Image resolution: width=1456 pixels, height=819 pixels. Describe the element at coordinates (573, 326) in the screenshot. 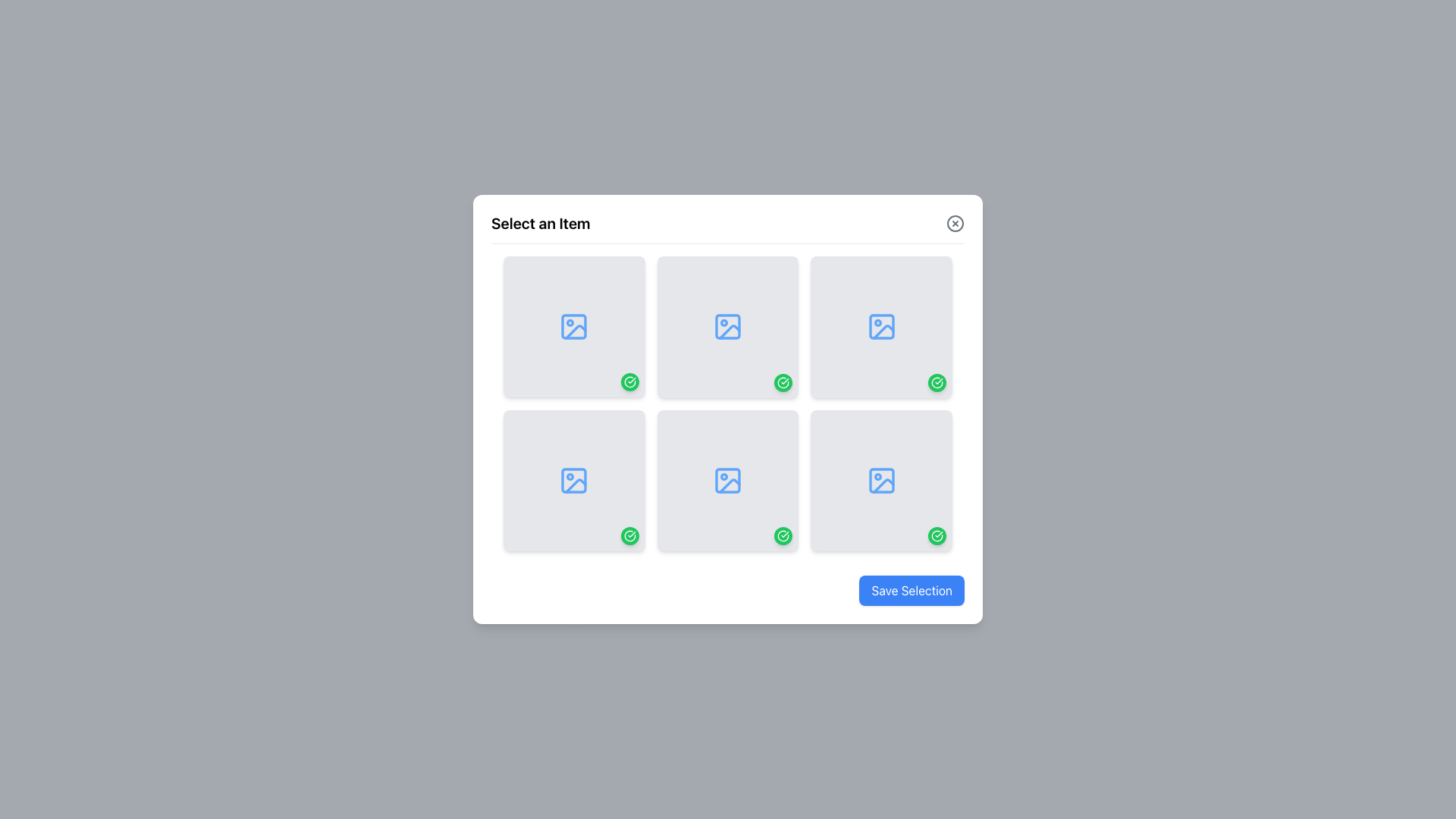

I see `the graphical icon representing an image within the first tile of the grid layout` at that location.